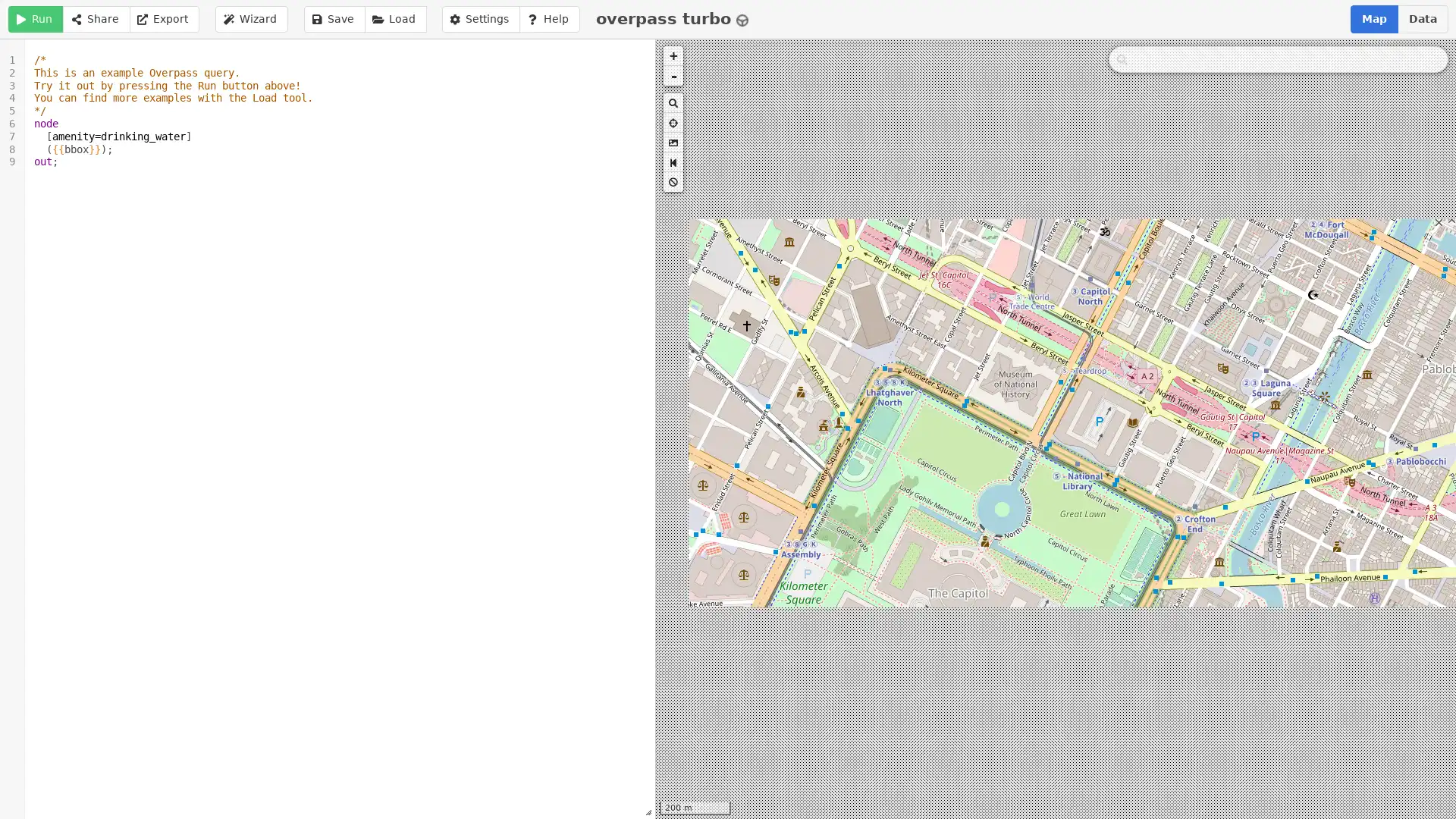 Image resolution: width=1456 pixels, height=819 pixels. Describe the element at coordinates (36, 19) in the screenshot. I see `Run` at that location.